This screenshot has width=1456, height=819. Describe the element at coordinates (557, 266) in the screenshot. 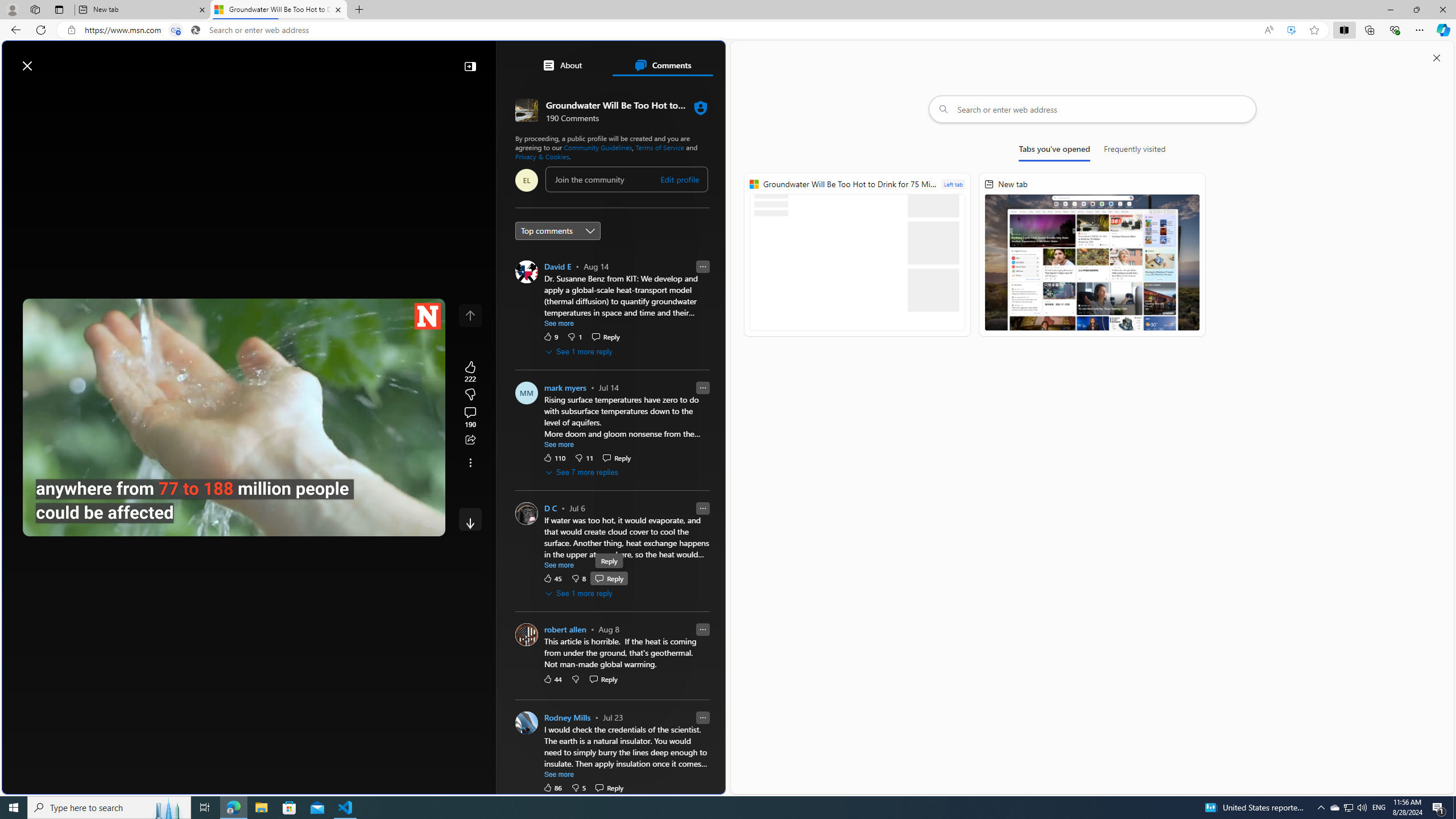

I see `'David E'` at that location.